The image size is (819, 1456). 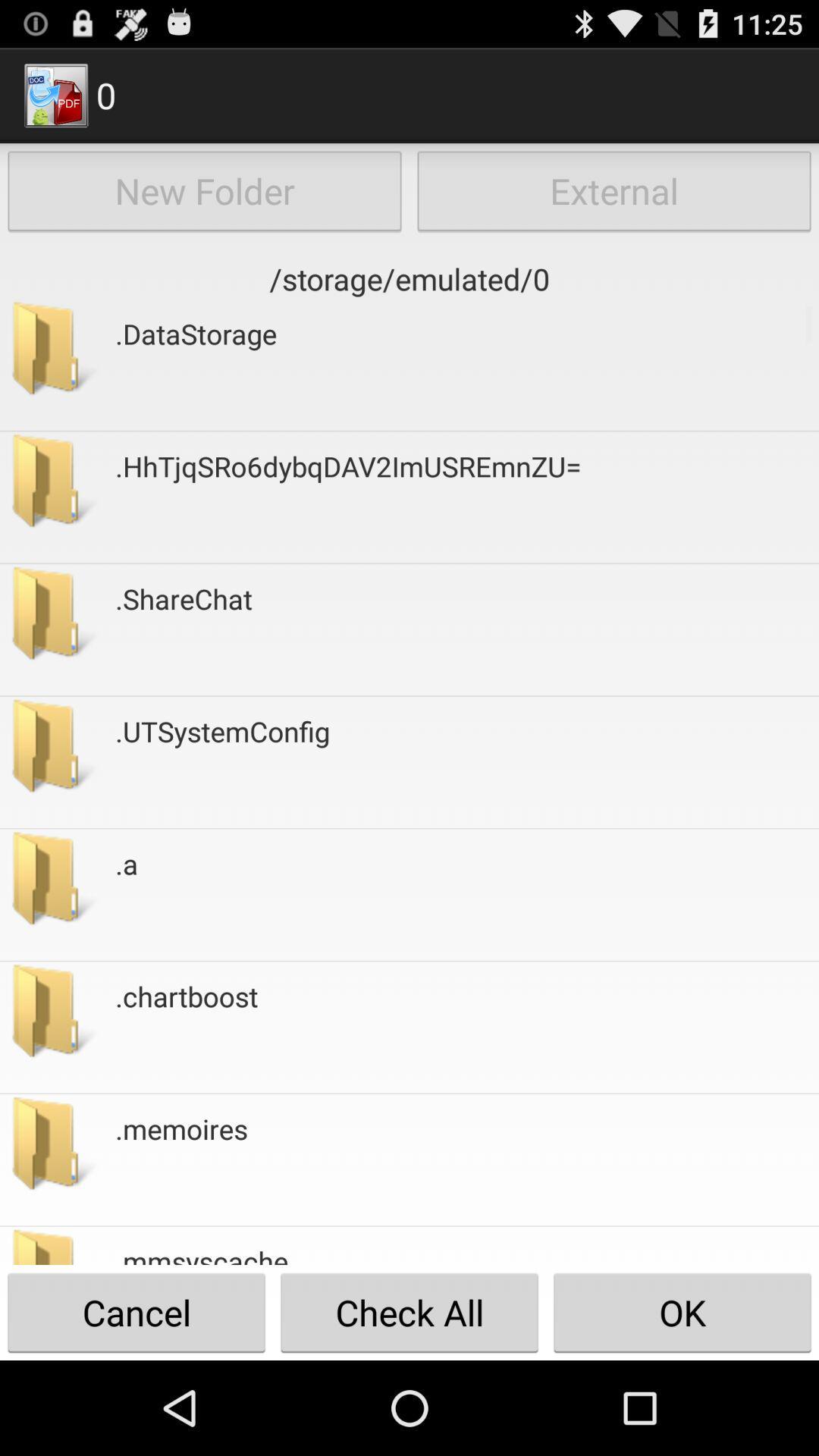 What do you see at coordinates (222, 762) in the screenshot?
I see `the .utsystemconfig icon` at bounding box center [222, 762].